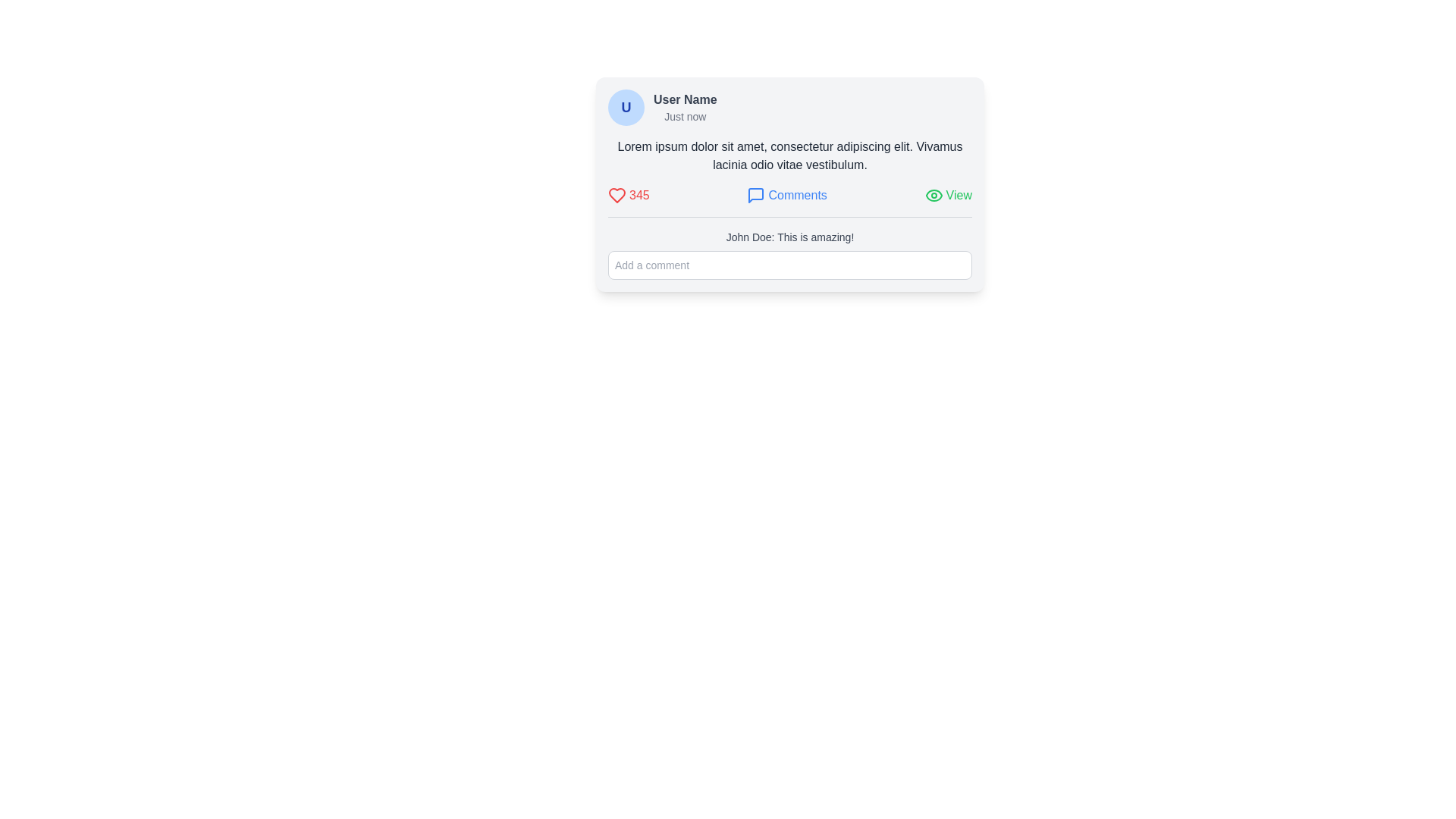  What do you see at coordinates (789, 247) in the screenshot?
I see `the comment display element showing 'John Doe: This is amazing!' located above the input box labeled 'Add a comment'` at bounding box center [789, 247].